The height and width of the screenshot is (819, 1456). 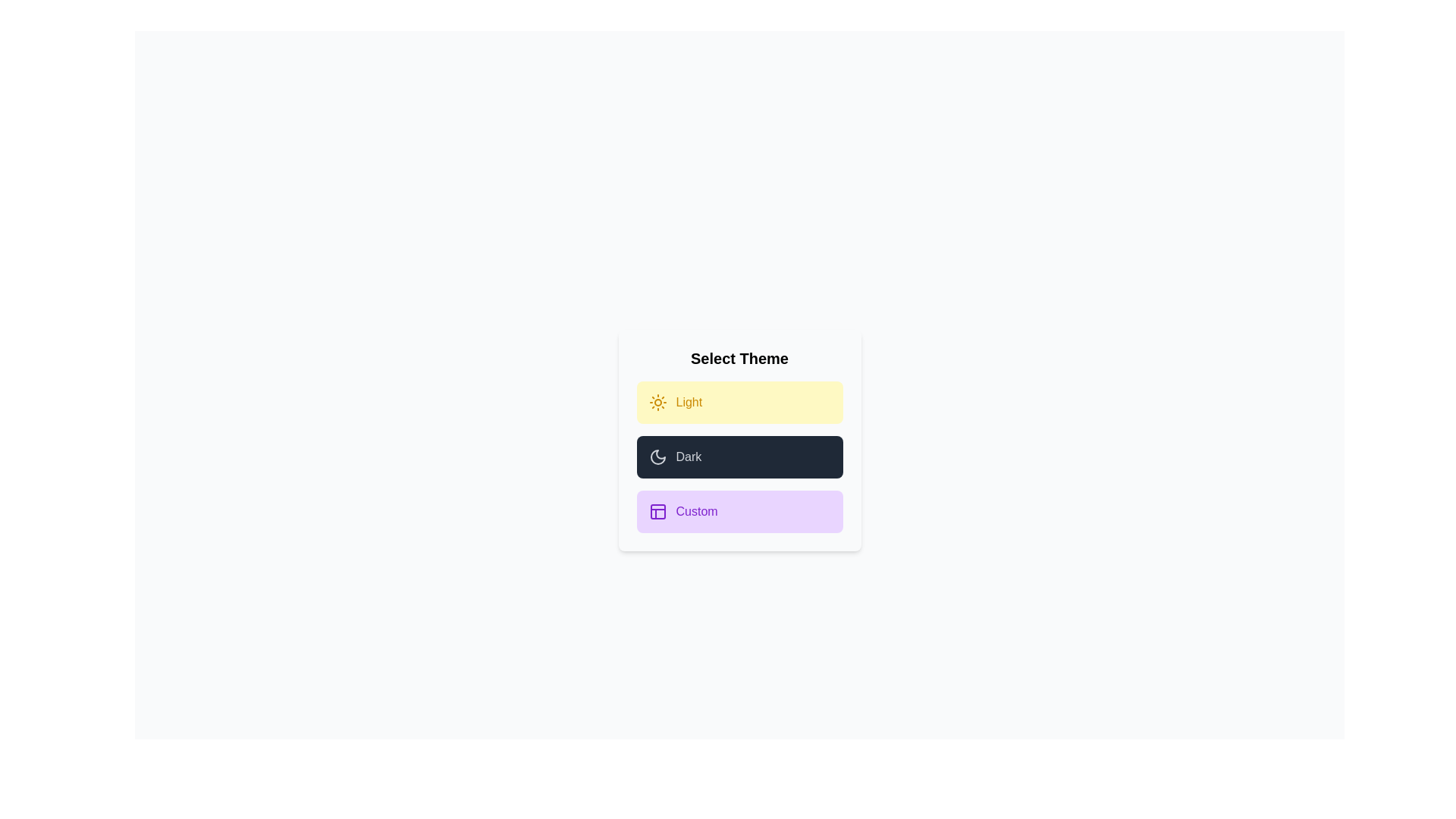 What do you see at coordinates (657, 456) in the screenshot?
I see `the moon icon representing the 'Dark' theme in the theme selection menu for accessibility purposes` at bounding box center [657, 456].